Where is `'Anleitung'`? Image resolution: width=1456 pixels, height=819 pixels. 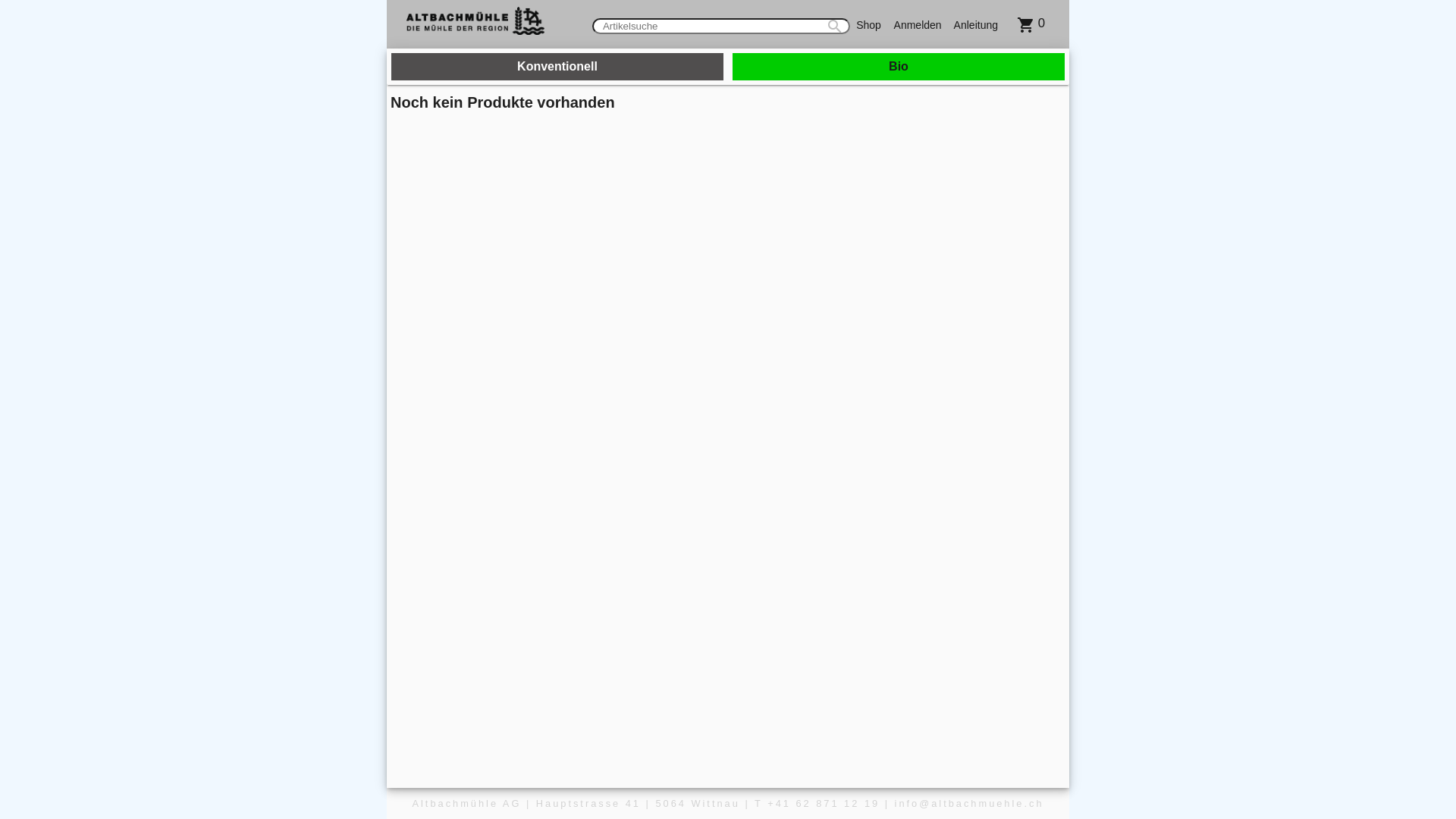
'Anleitung' is located at coordinates (975, 24).